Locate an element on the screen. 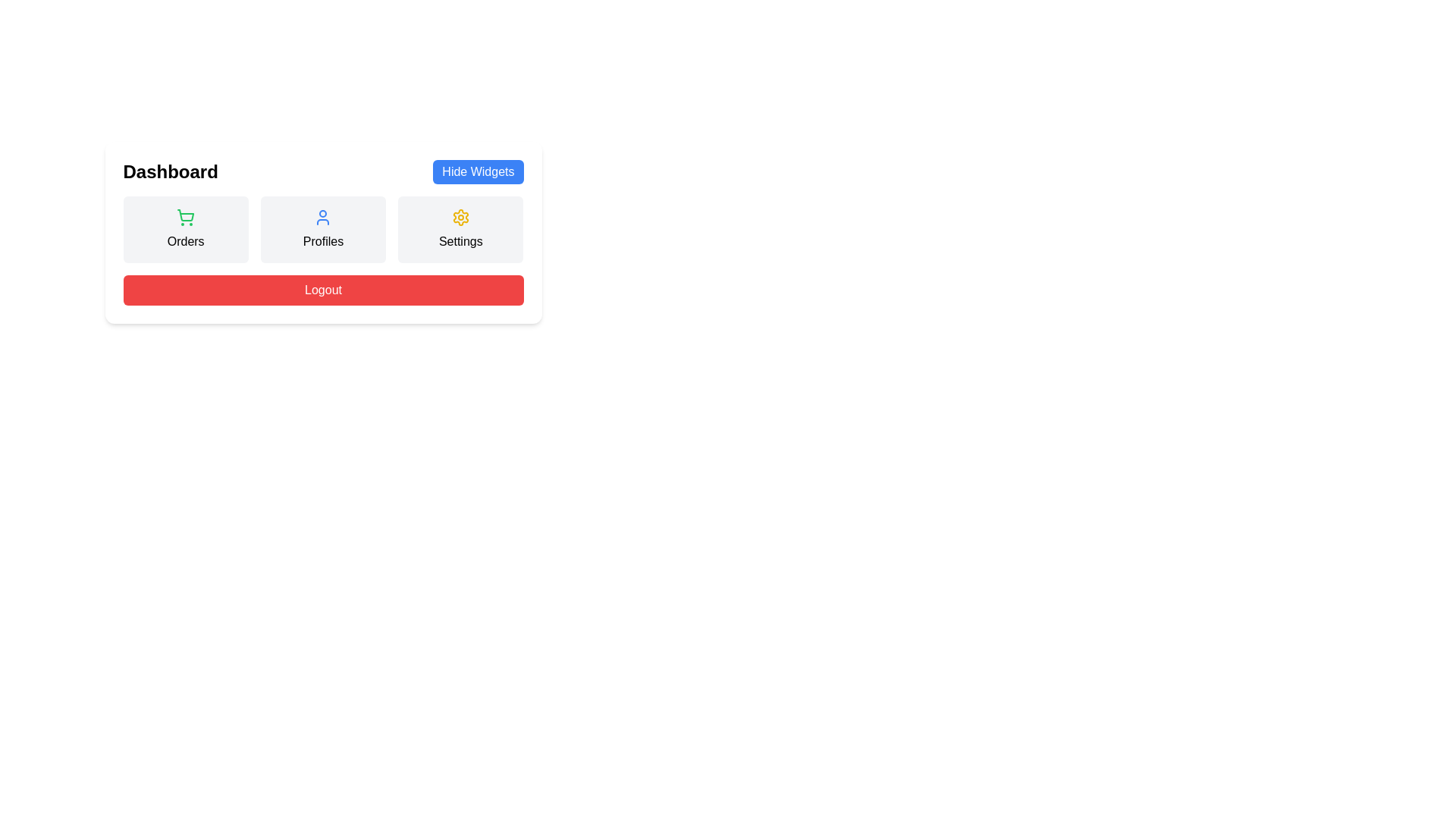 The width and height of the screenshot is (1456, 819). the settings icon located in the settings box, positioned as the third item in a horizontal row of three elements is located at coordinates (460, 217).